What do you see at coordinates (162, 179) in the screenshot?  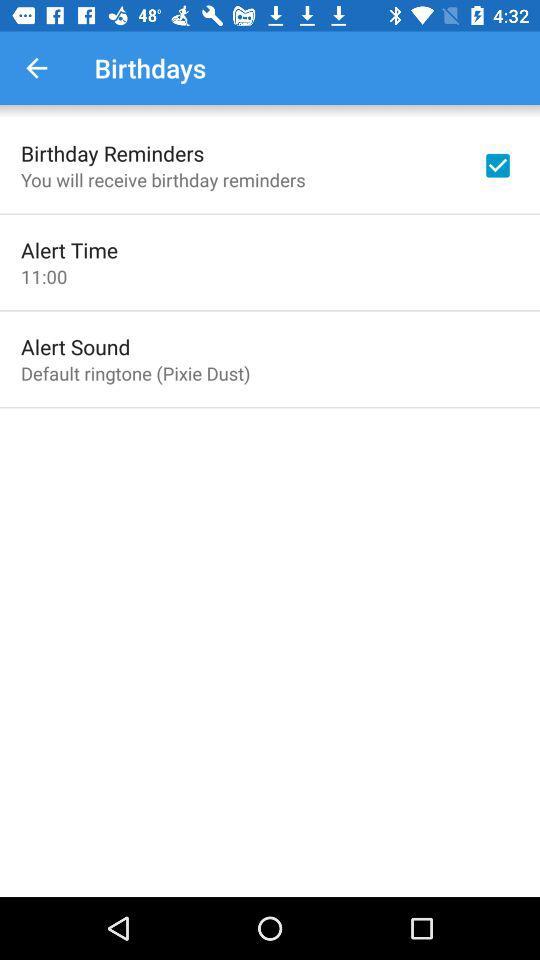 I see `item above alert time` at bounding box center [162, 179].